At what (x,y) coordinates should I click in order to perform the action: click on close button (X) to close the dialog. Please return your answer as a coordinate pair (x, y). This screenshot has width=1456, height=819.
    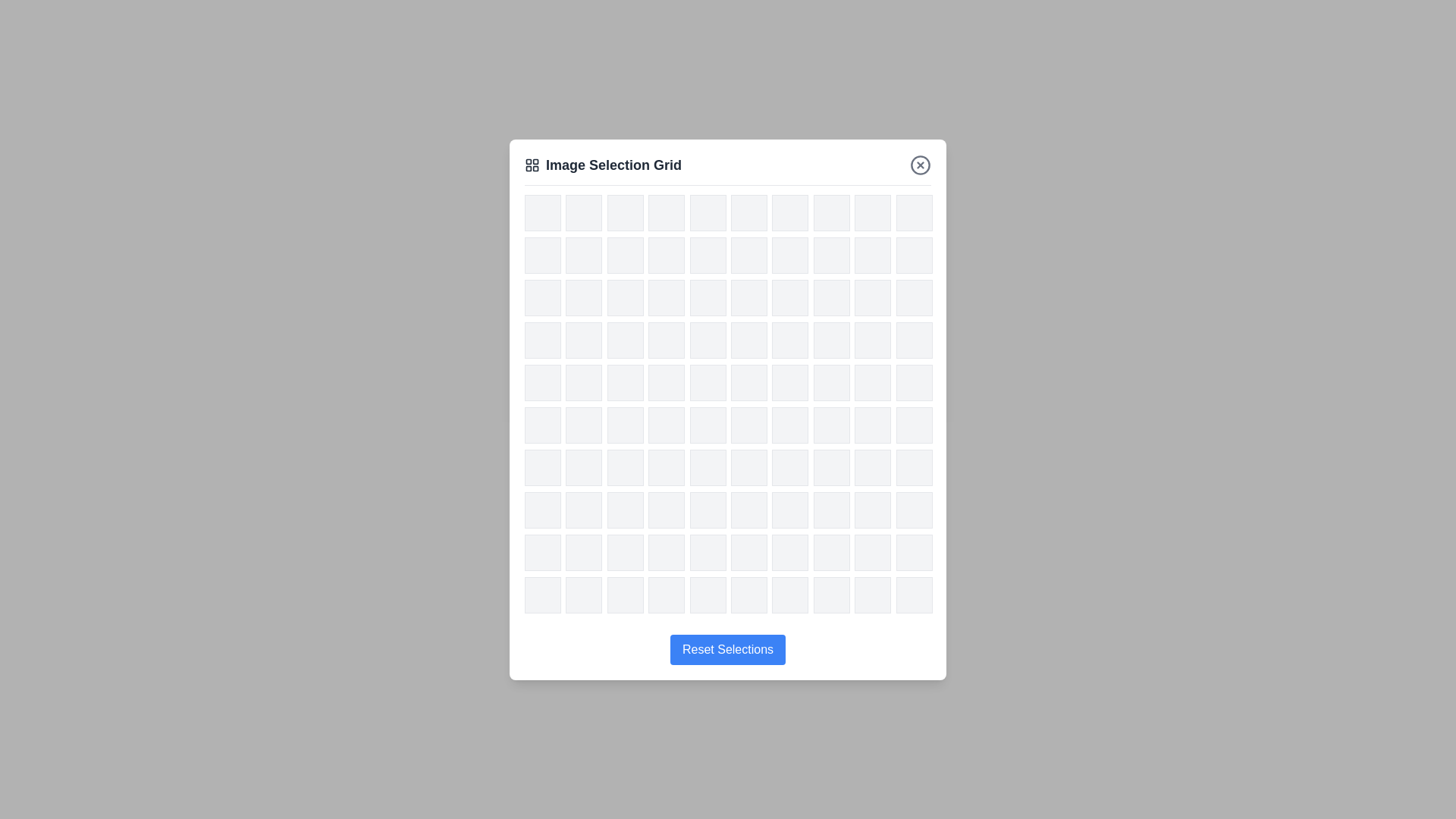
    Looking at the image, I should click on (920, 165).